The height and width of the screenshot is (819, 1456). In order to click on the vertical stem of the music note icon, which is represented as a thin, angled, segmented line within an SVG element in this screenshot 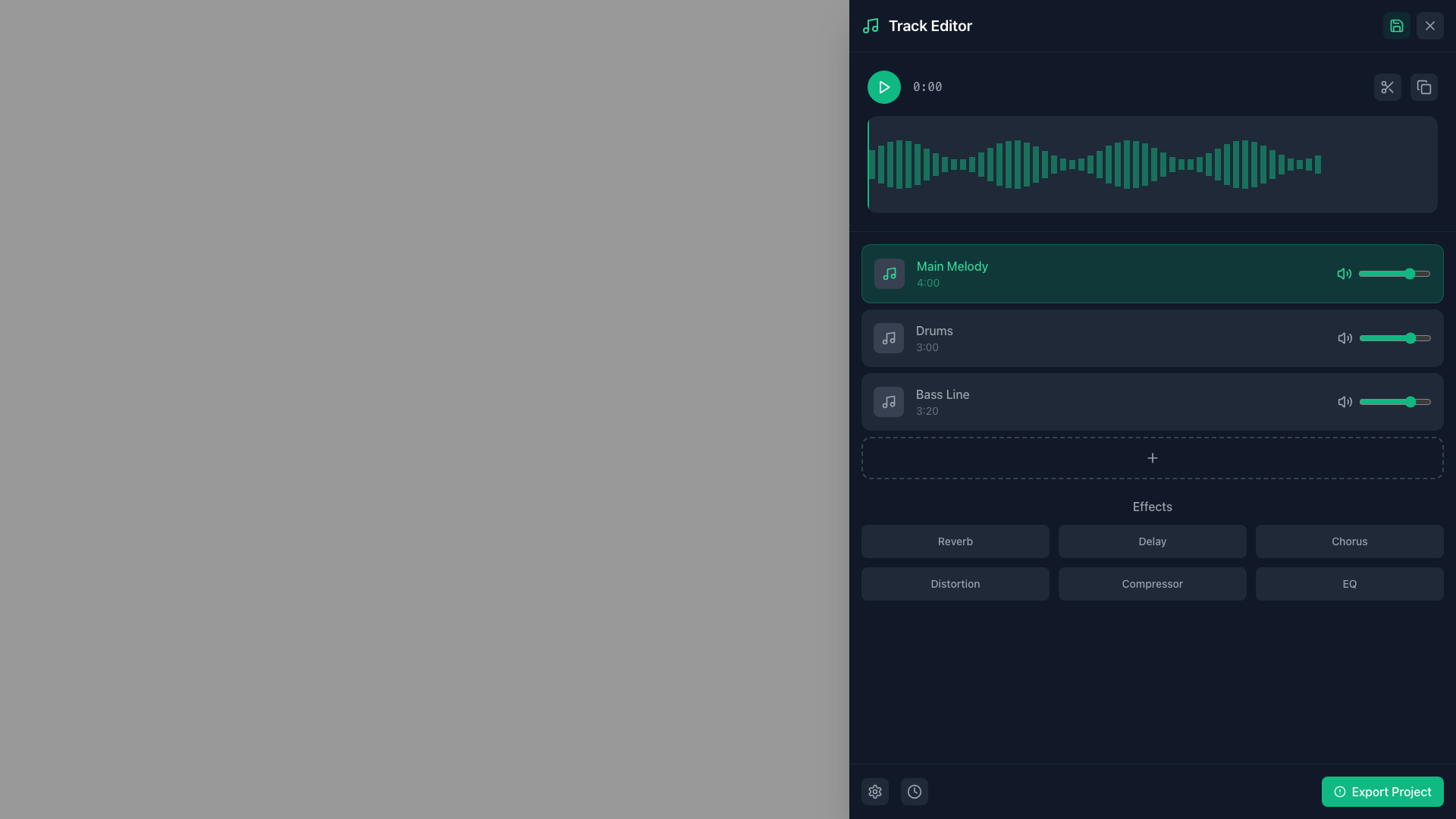, I will do `click(891, 271)`.